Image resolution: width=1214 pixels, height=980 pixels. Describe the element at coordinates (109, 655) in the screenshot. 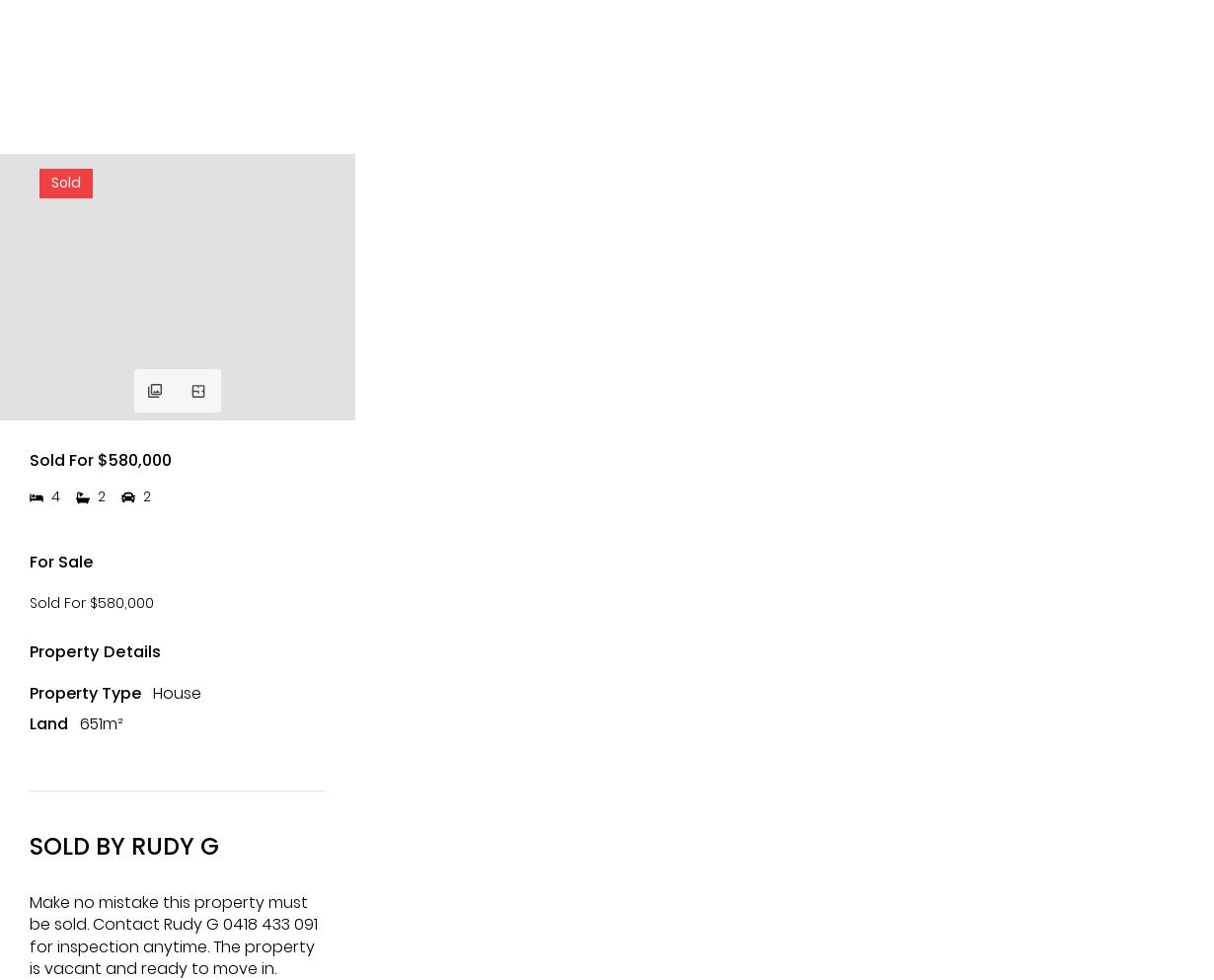

I see `'Price guide'` at that location.